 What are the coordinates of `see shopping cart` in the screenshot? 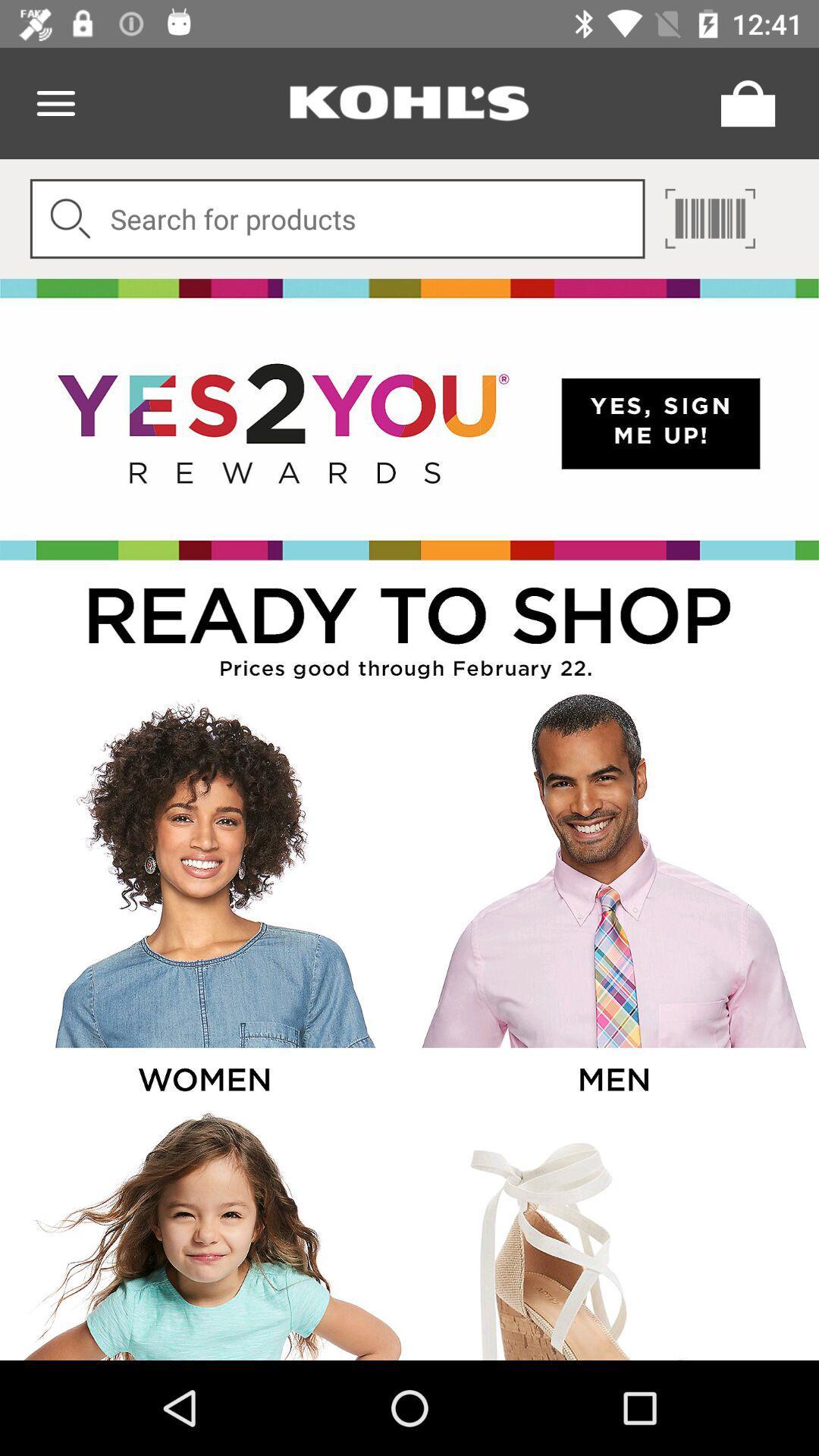 It's located at (743, 102).